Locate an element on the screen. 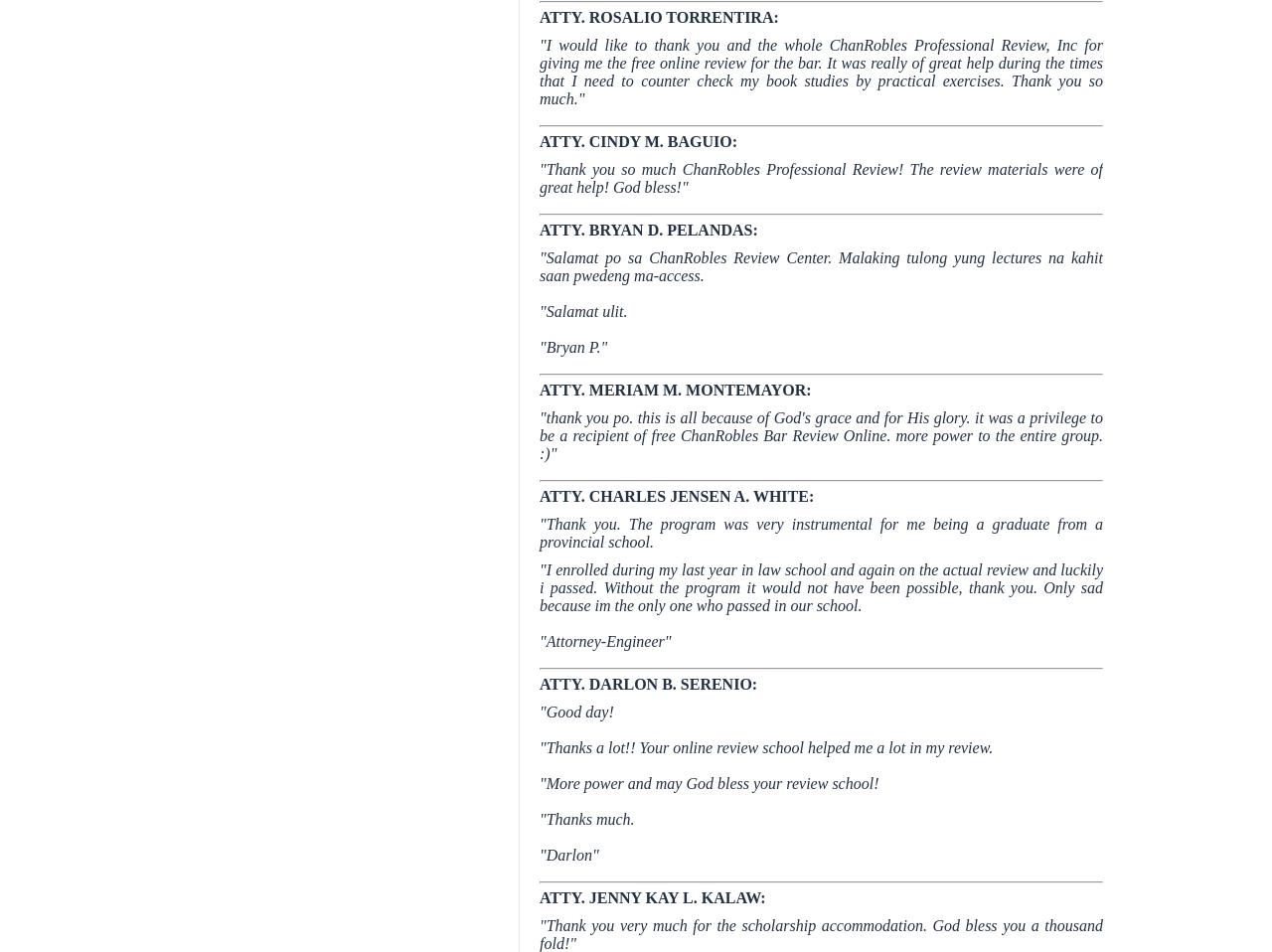  'ATTY. BRYAN D. PELANDAS:' is located at coordinates (539, 229).